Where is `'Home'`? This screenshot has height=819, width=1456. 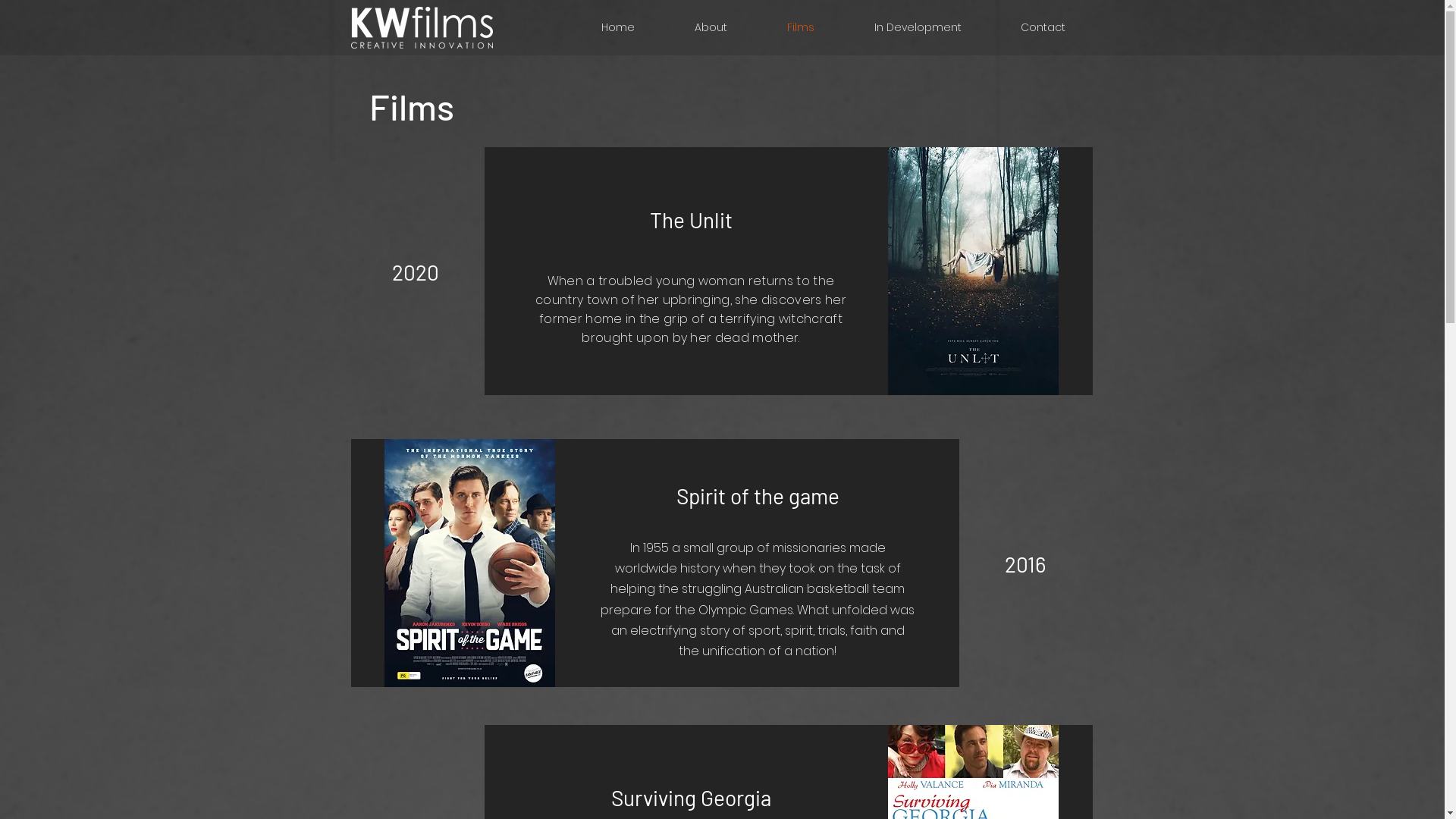
'Home' is located at coordinates (618, 27).